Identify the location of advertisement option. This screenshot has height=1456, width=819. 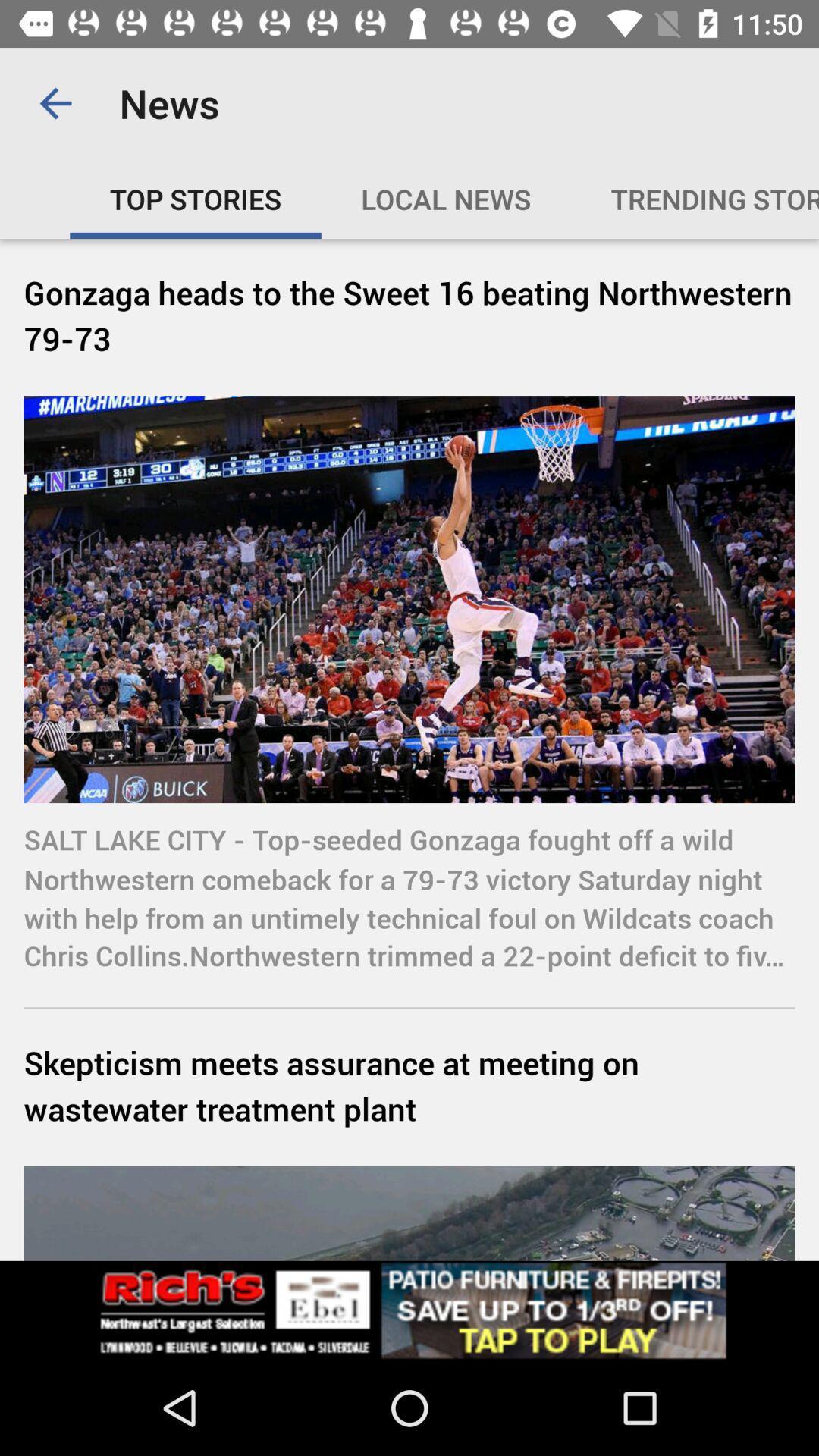
(409, 1310).